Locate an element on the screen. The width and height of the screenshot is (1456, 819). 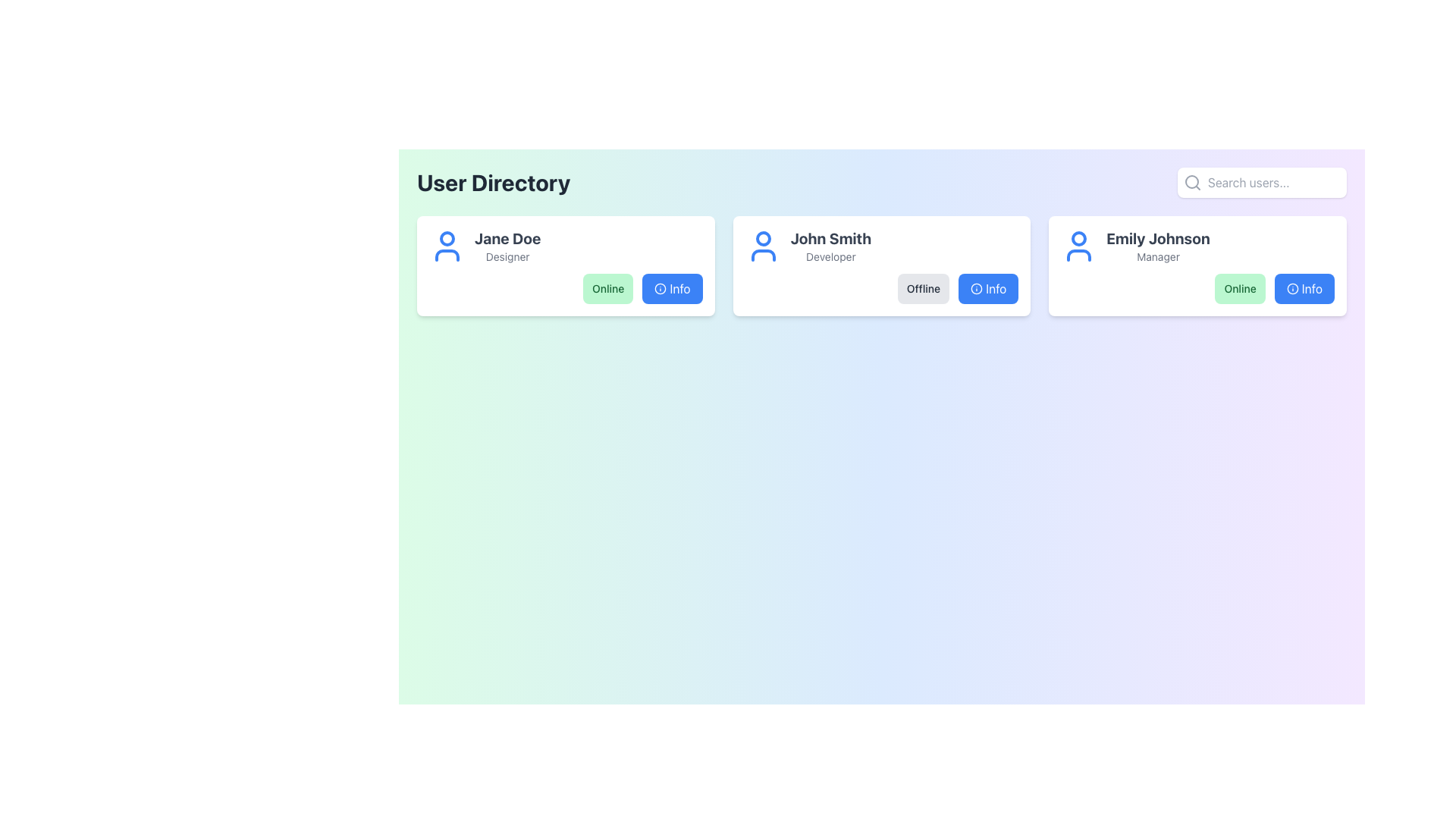
the text label 'Emily Johnson' which is styled in a large, bold, dark gray font and is located at the top of the third user profile card, directly above the text 'Manager' is located at coordinates (1157, 239).